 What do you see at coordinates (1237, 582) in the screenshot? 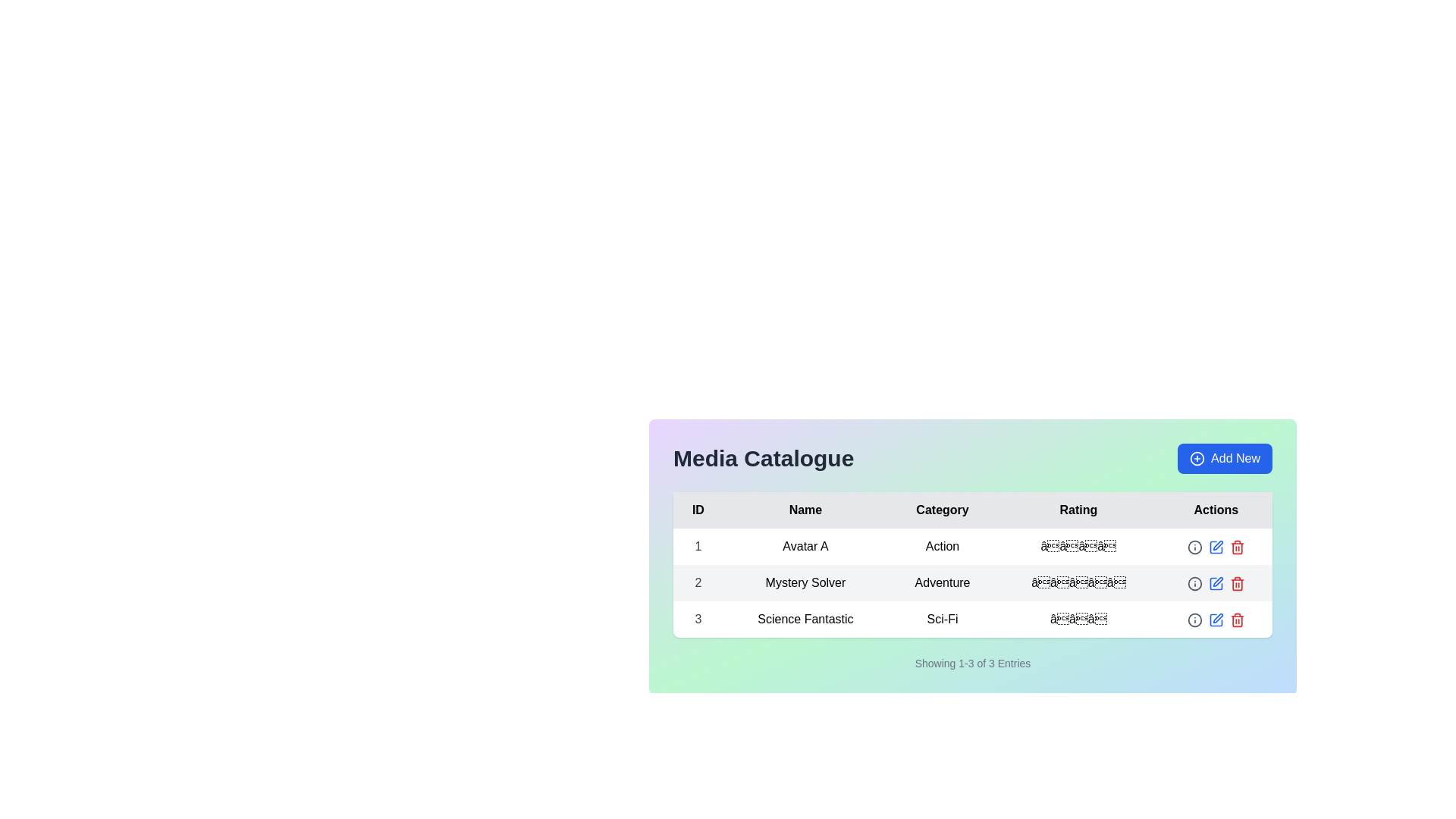
I see `the delete button located in the 'Actions' column of the second row in the table` at bounding box center [1237, 582].